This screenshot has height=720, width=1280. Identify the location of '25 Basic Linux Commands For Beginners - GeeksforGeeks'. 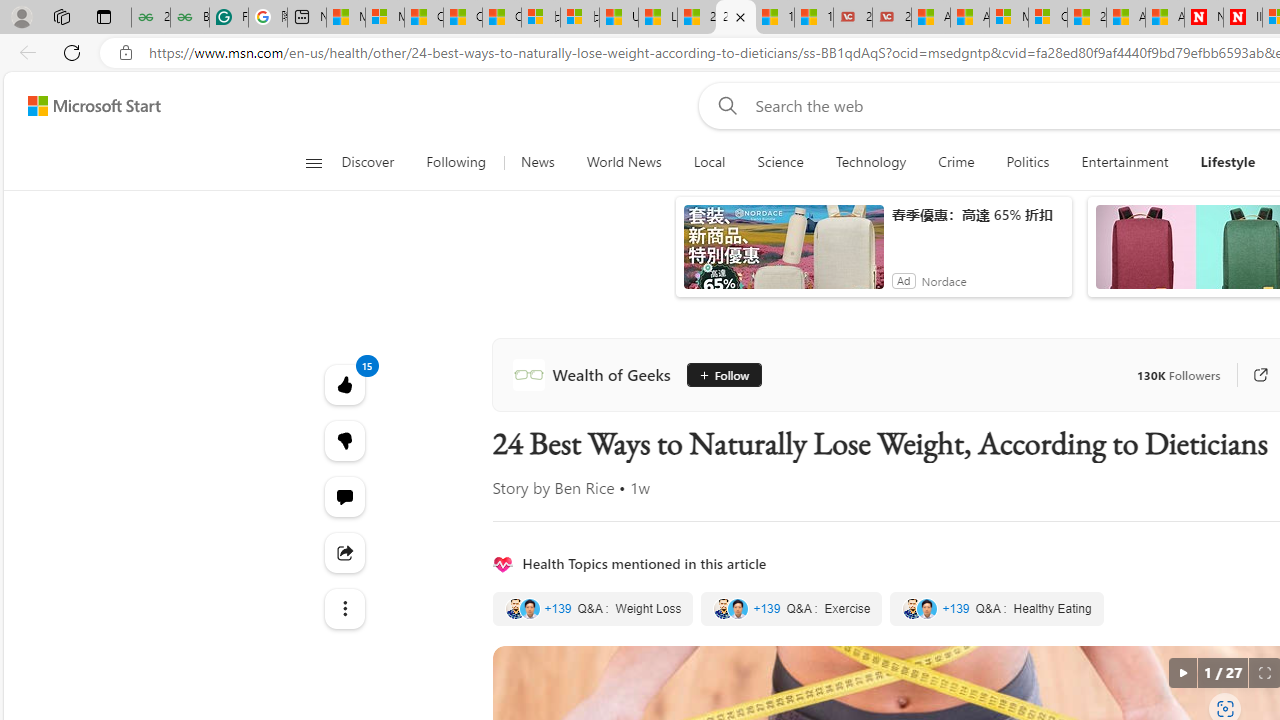
(150, 17).